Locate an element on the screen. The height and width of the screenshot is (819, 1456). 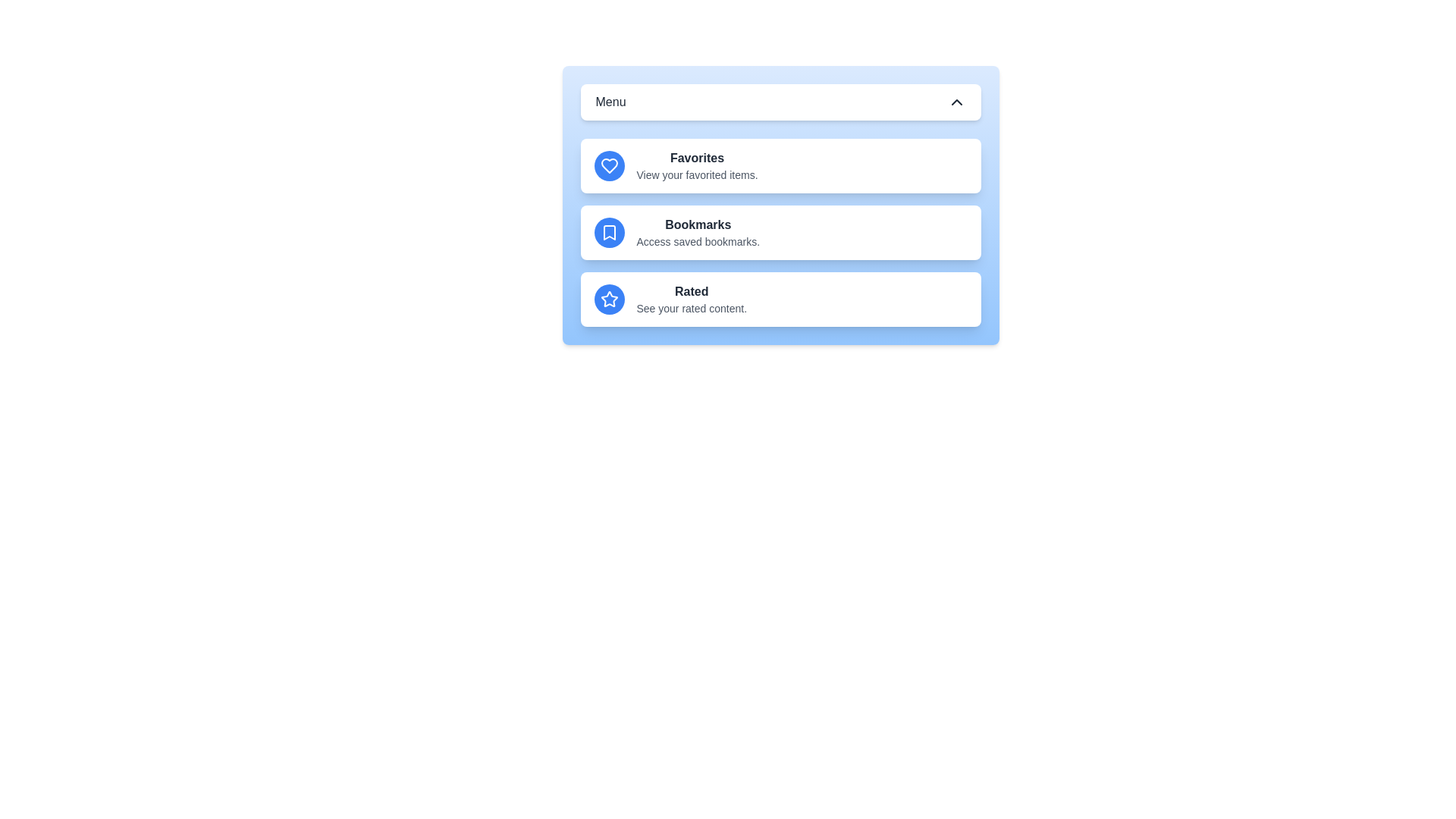
the menu item Favorites is located at coordinates (780, 166).